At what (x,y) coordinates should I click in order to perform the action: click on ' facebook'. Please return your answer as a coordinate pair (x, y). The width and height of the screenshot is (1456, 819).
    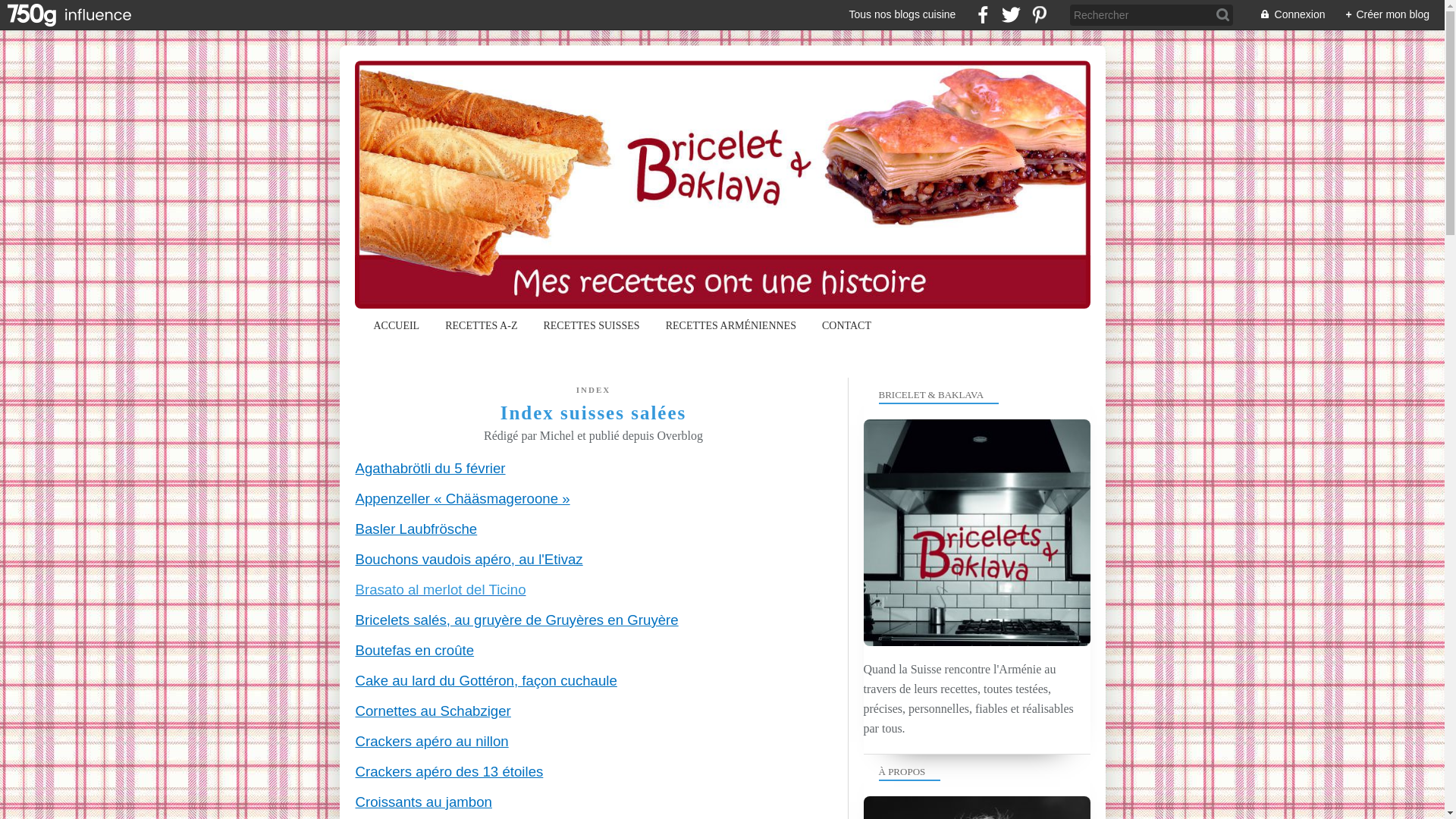
    Looking at the image, I should click on (983, 14).